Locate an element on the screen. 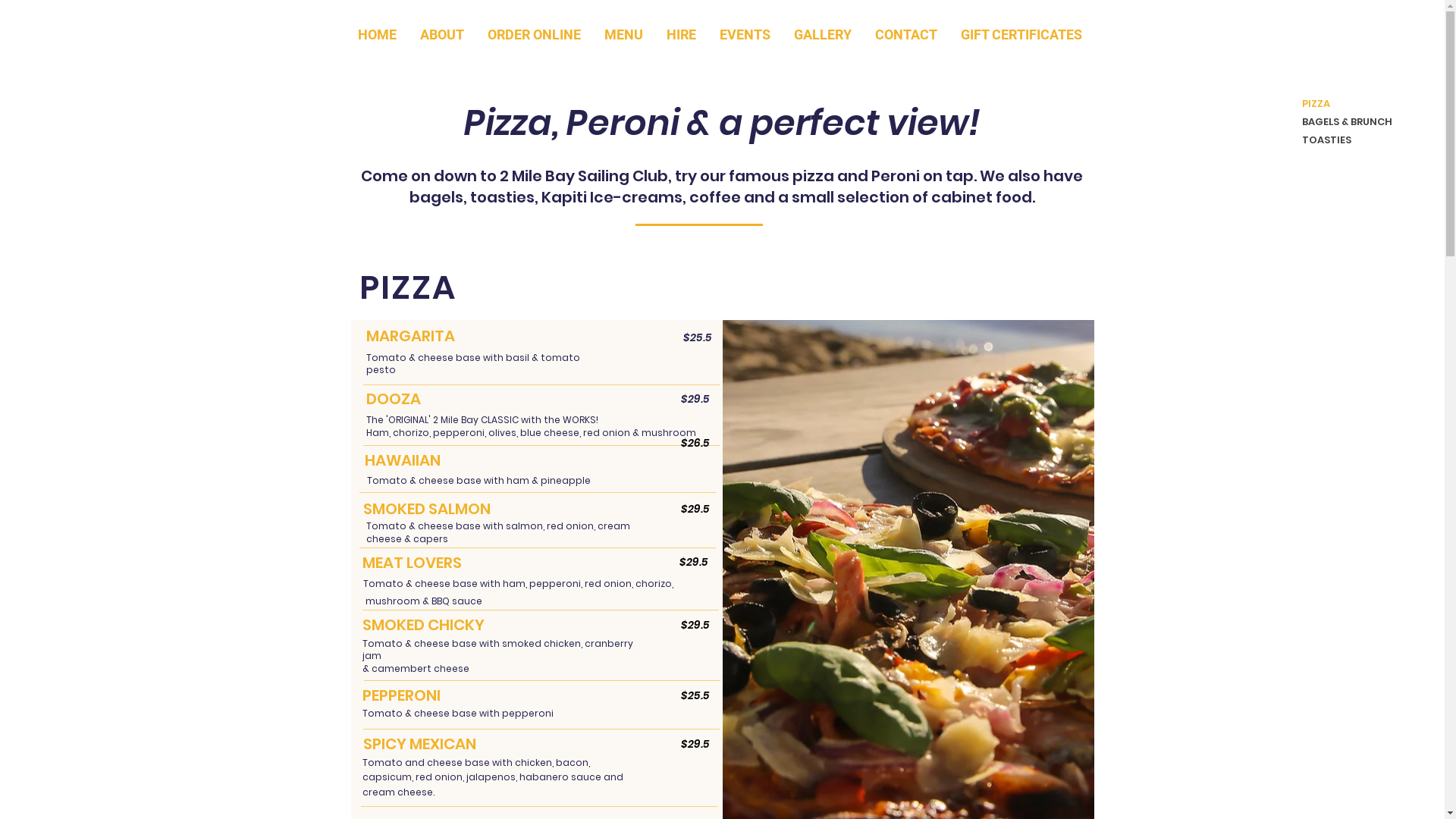 The height and width of the screenshot is (819, 1456). 'PIZZA' is located at coordinates (1340, 103).